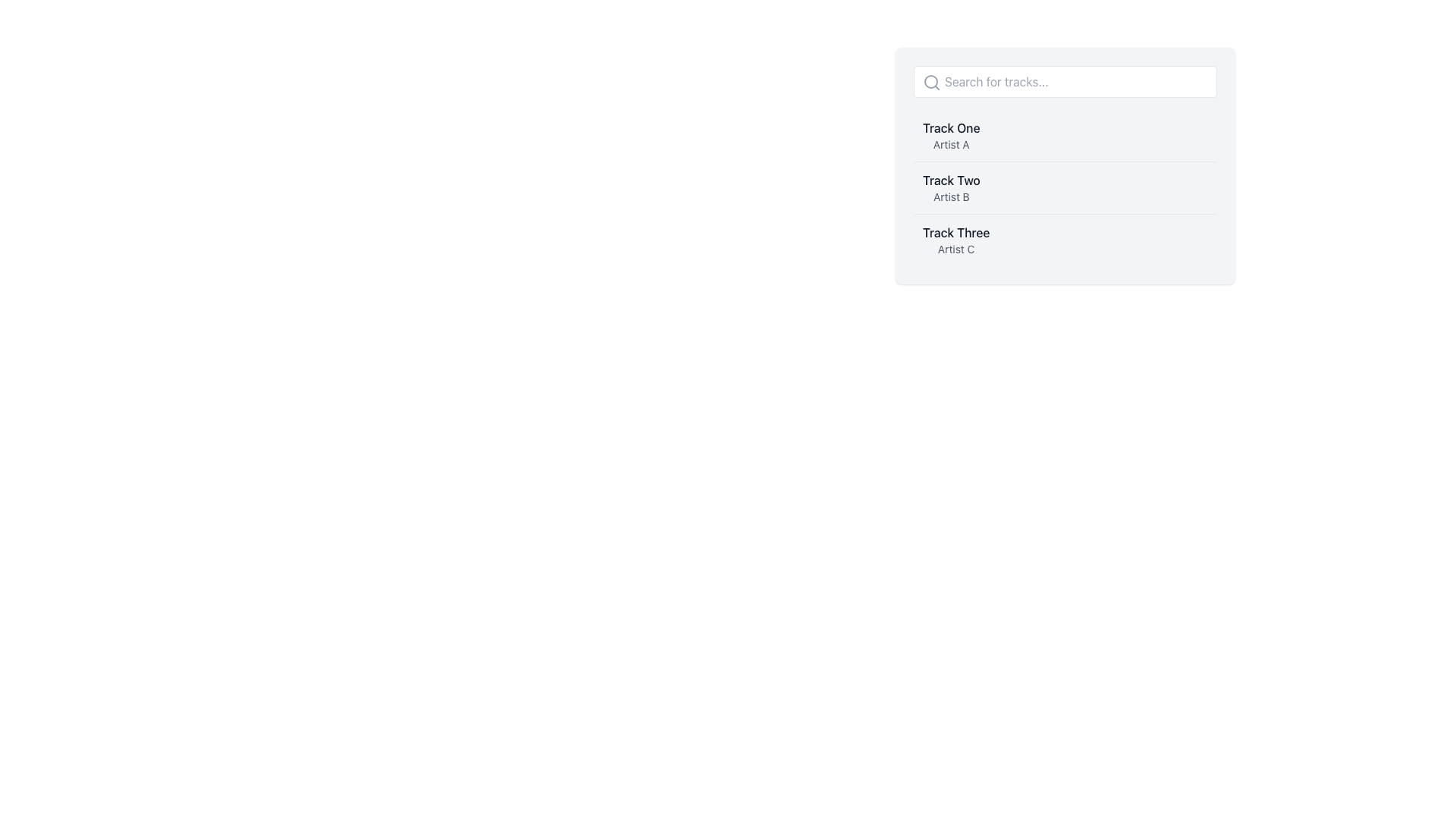 Image resolution: width=1456 pixels, height=819 pixels. I want to click on the list item displaying 'Track Three' followed by 'Artist C', so click(1065, 239).